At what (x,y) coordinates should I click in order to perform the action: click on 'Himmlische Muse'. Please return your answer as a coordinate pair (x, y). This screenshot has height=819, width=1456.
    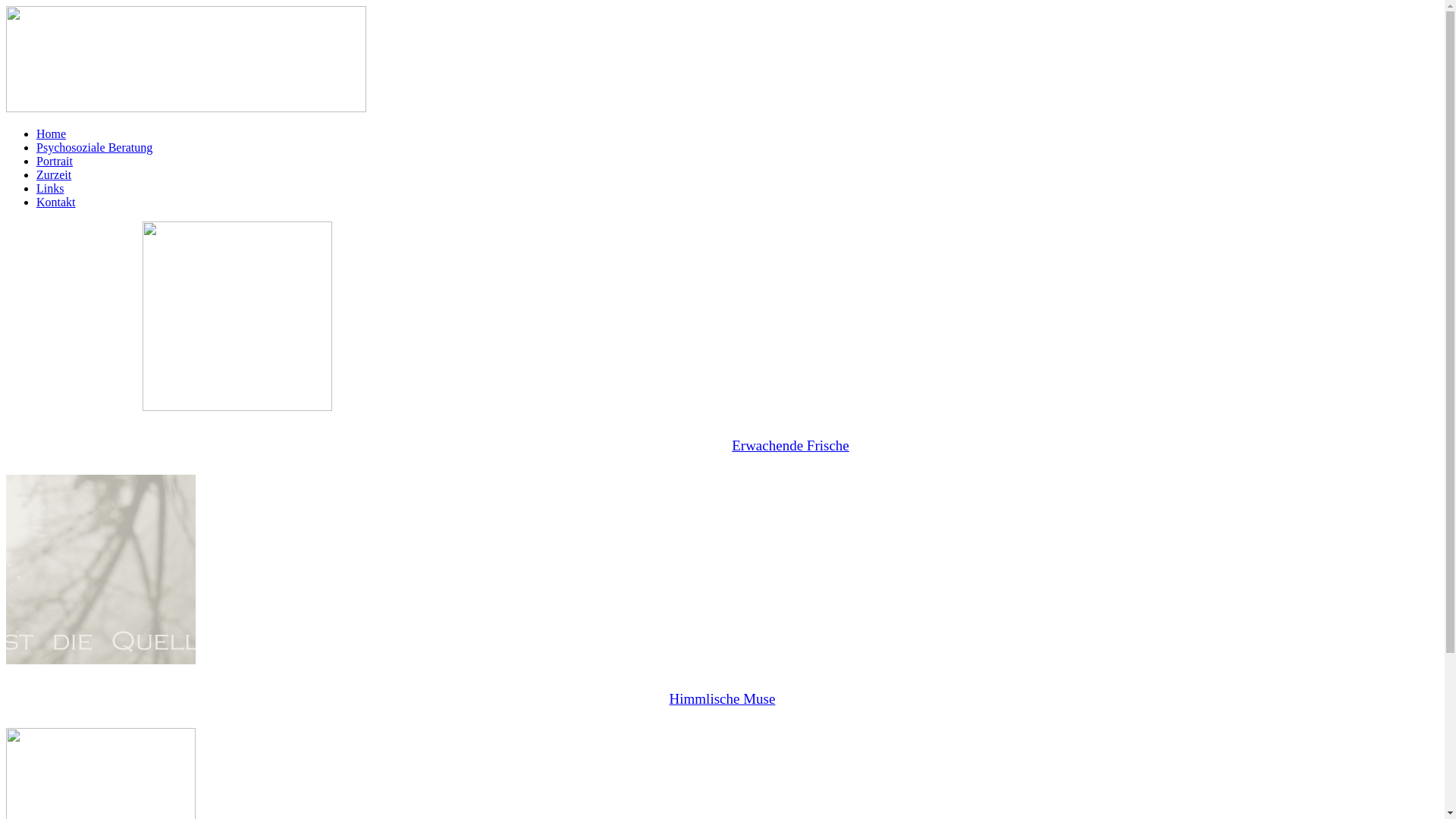
    Looking at the image, I should click on (722, 698).